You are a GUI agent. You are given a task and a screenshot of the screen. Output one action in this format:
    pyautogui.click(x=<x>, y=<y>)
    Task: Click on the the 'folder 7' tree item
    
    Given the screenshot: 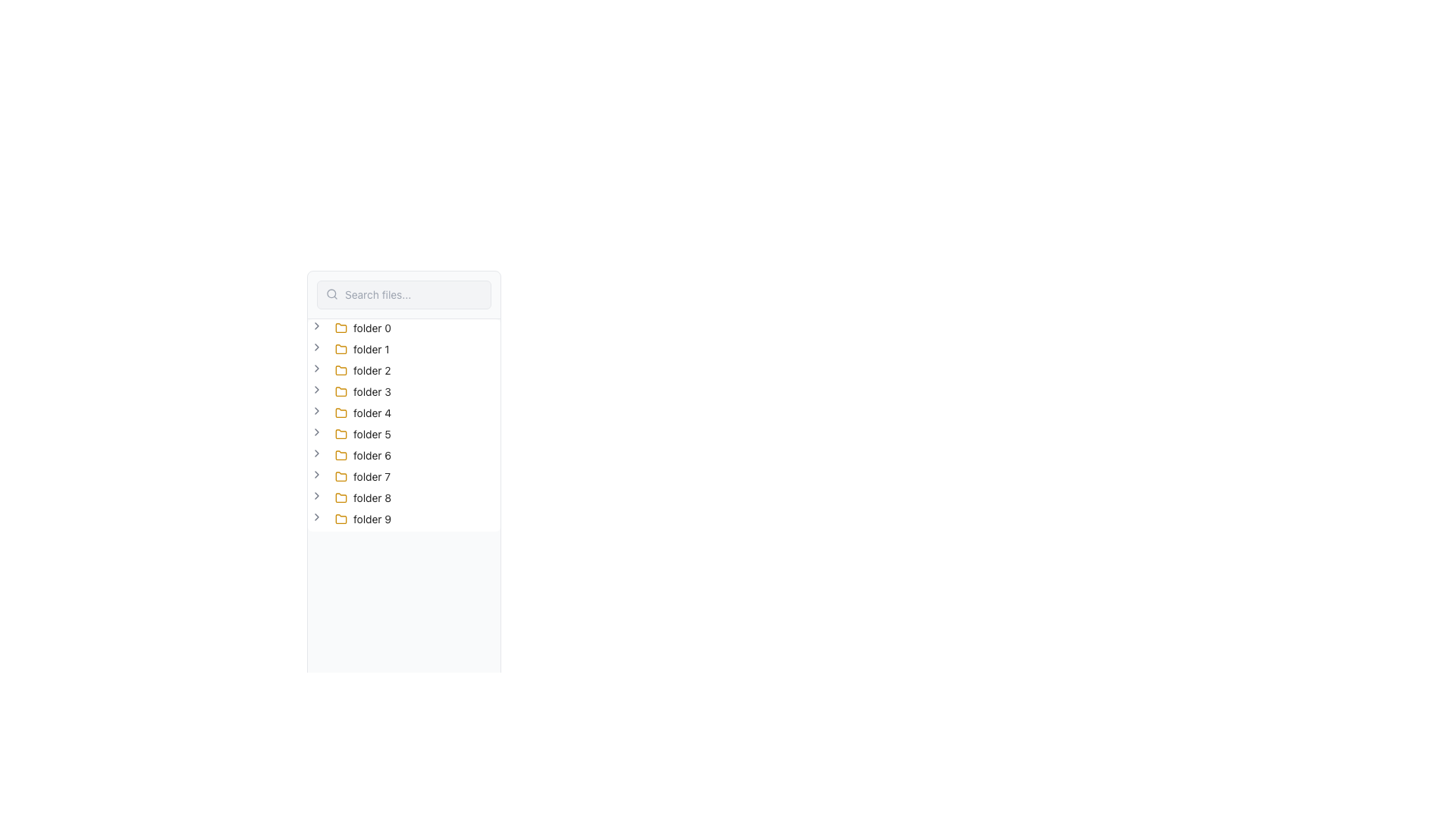 What is the action you would take?
    pyautogui.click(x=351, y=475)
    